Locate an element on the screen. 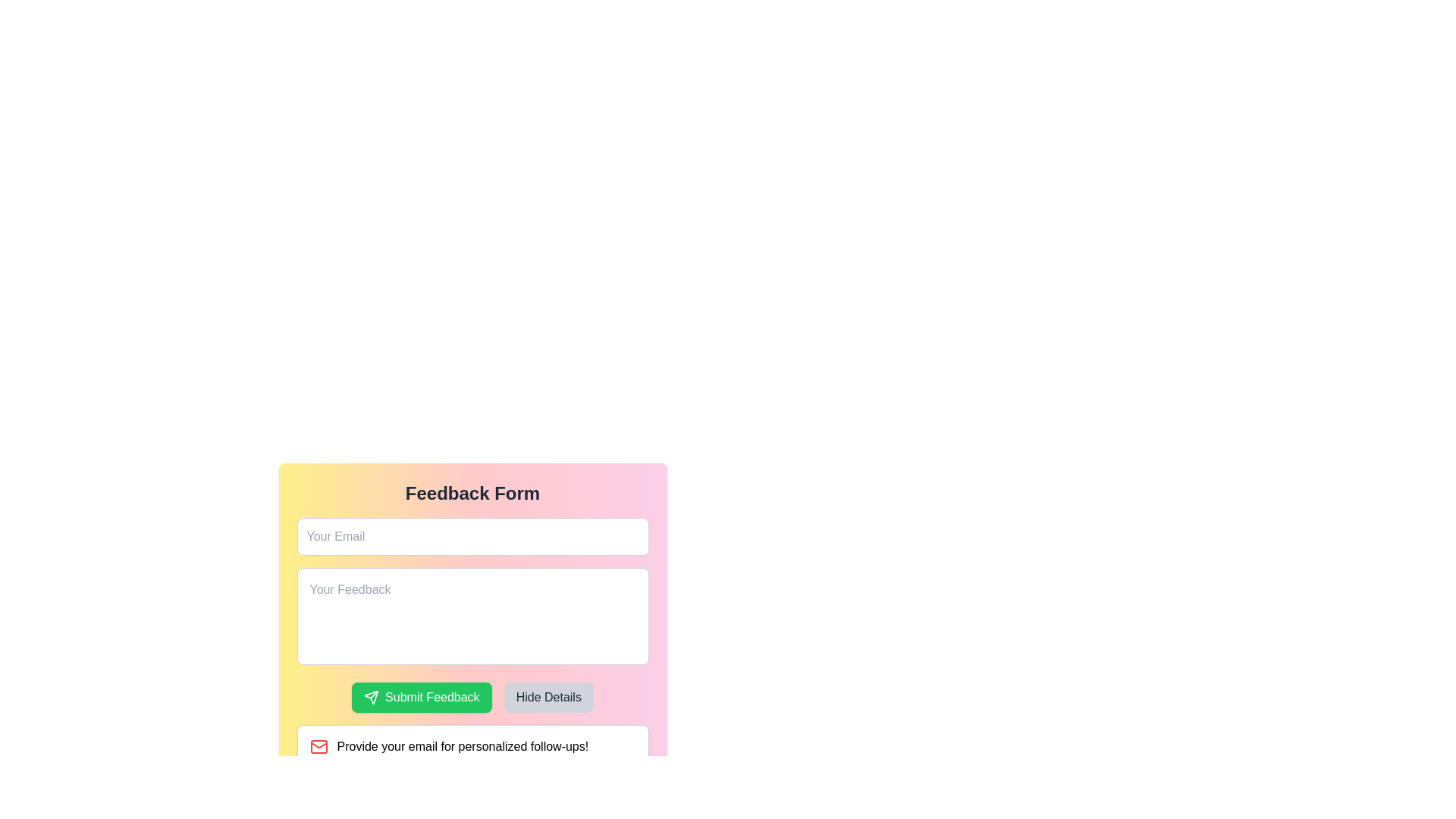 This screenshot has height=819, width=1456. the sending icon located on the left side of the 'Submit Feedback' button, which is beneath the feedback input fields is located at coordinates (372, 698).